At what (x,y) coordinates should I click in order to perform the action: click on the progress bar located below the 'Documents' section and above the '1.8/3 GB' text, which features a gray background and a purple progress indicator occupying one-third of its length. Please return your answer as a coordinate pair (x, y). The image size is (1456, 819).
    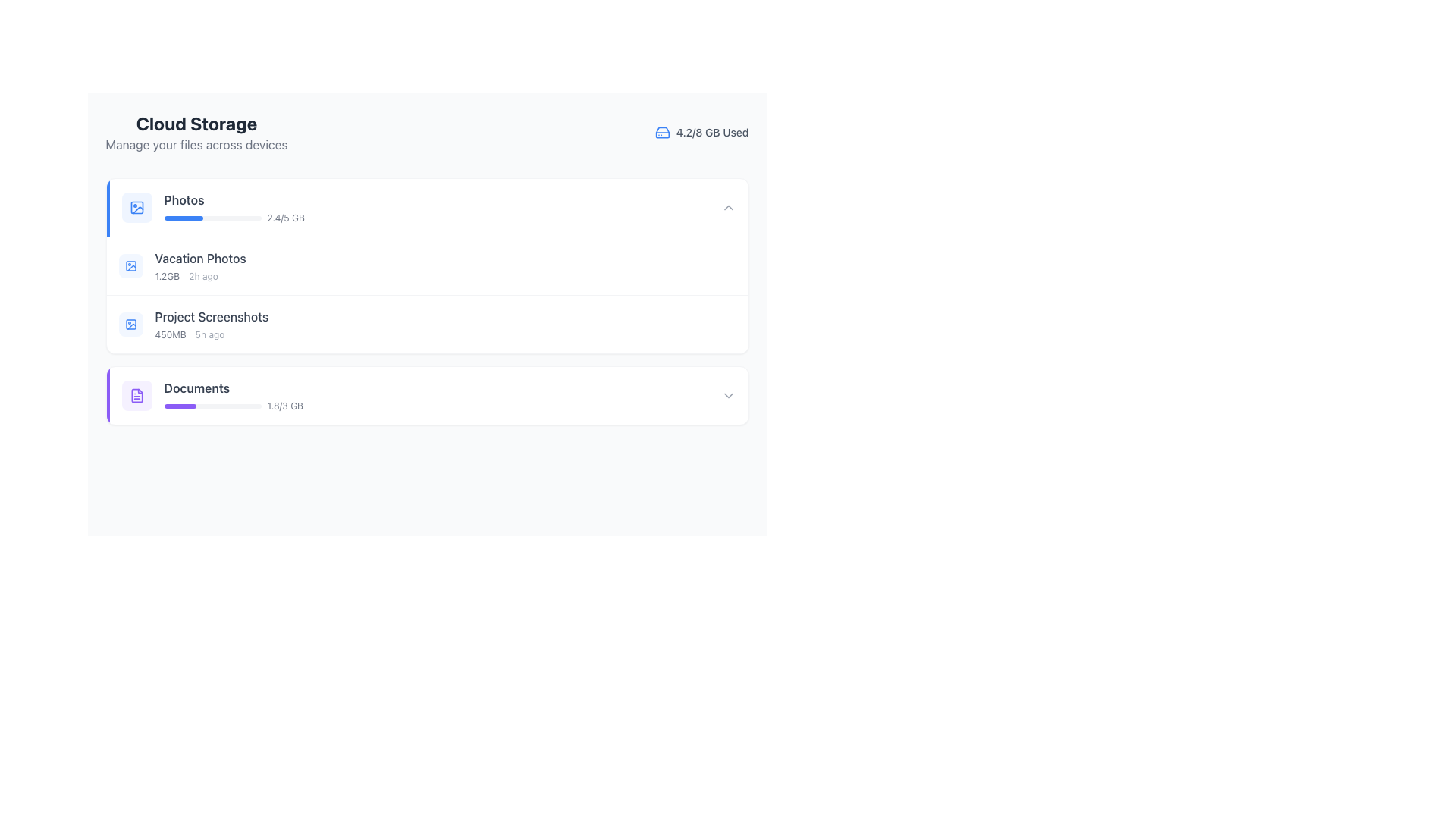
    Looking at the image, I should click on (212, 406).